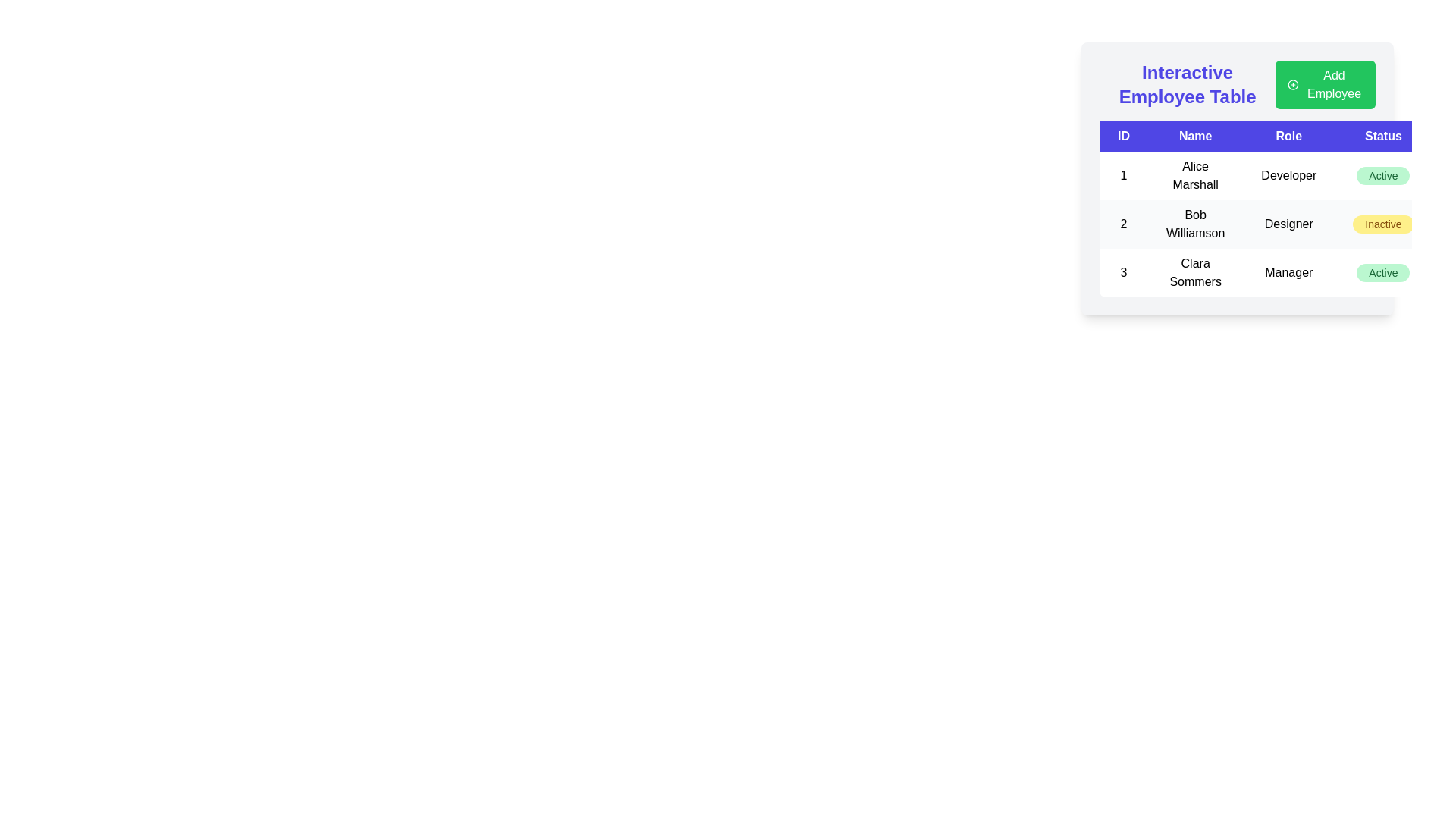 The width and height of the screenshot is (1456, 819). What do you see at coordinates (1288, 136) in the screenshot?
I see `the 'Role' column header in the table, which is the third header among 'ID', 'Name', 'Role', 'Status', and 'Actions'` at bounding box center [1288, 136].